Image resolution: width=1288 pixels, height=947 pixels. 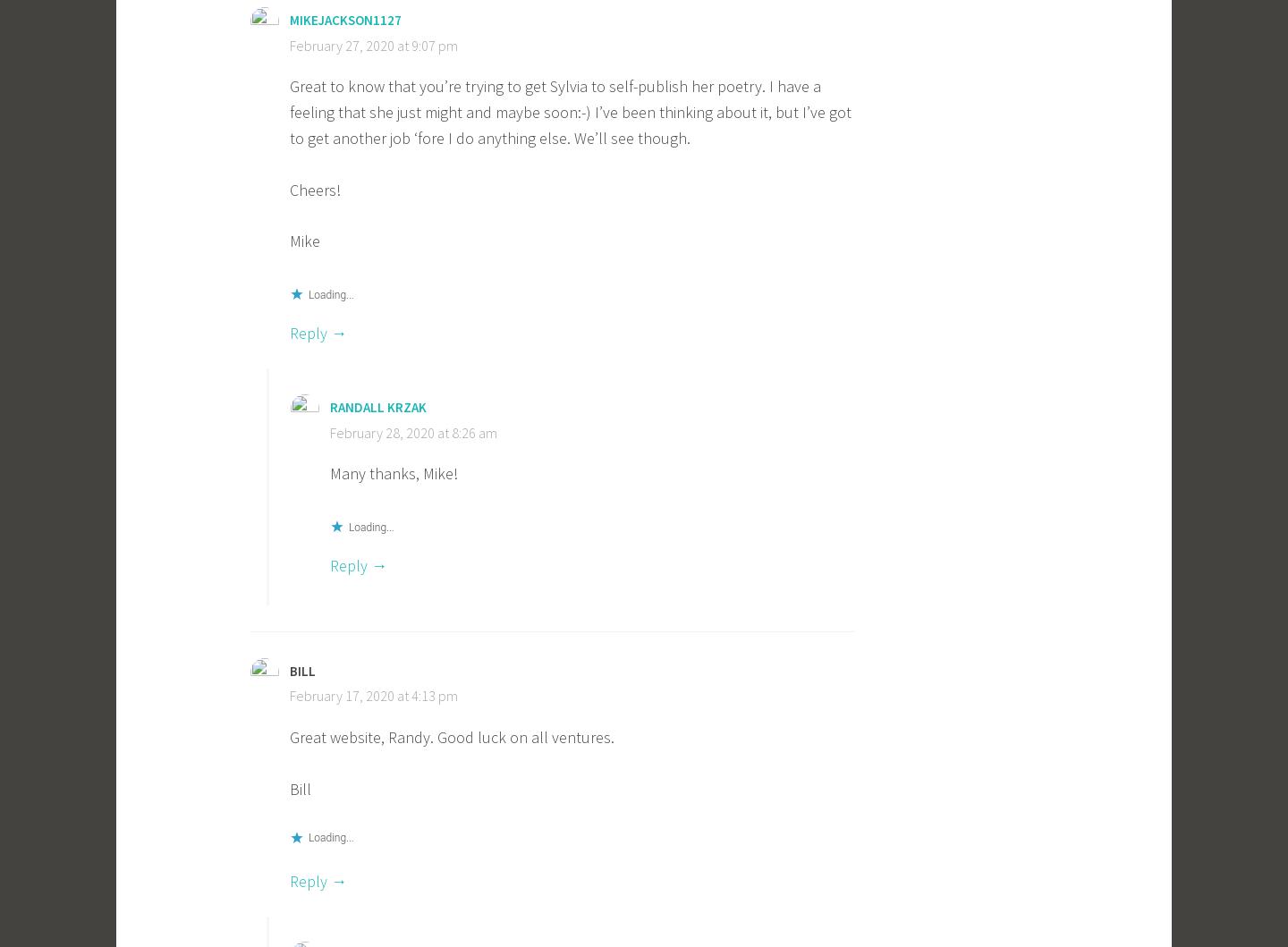 I want to click on 'Randall Krzak', so click(x=377, y=406).